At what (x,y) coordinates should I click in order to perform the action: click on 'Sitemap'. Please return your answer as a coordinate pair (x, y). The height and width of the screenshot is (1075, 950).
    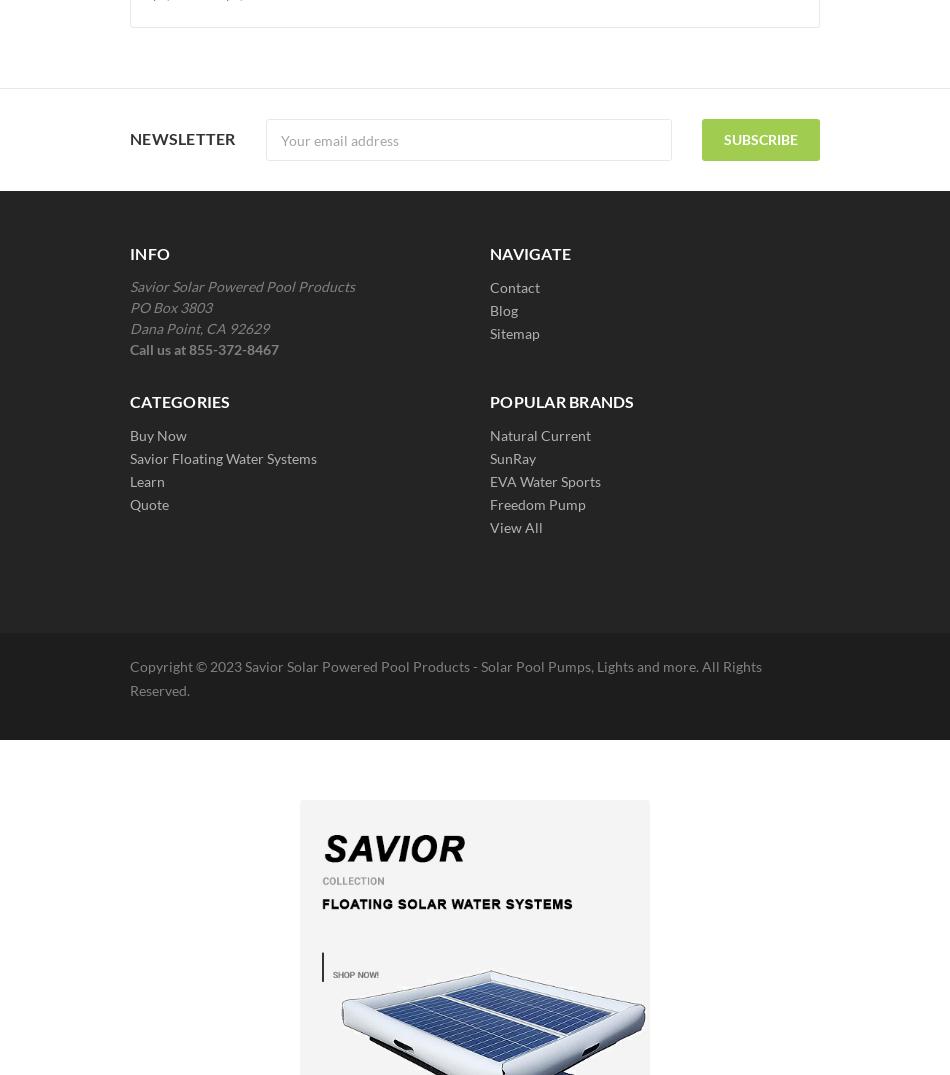
    Looking at the image, I should click on (514, 332).